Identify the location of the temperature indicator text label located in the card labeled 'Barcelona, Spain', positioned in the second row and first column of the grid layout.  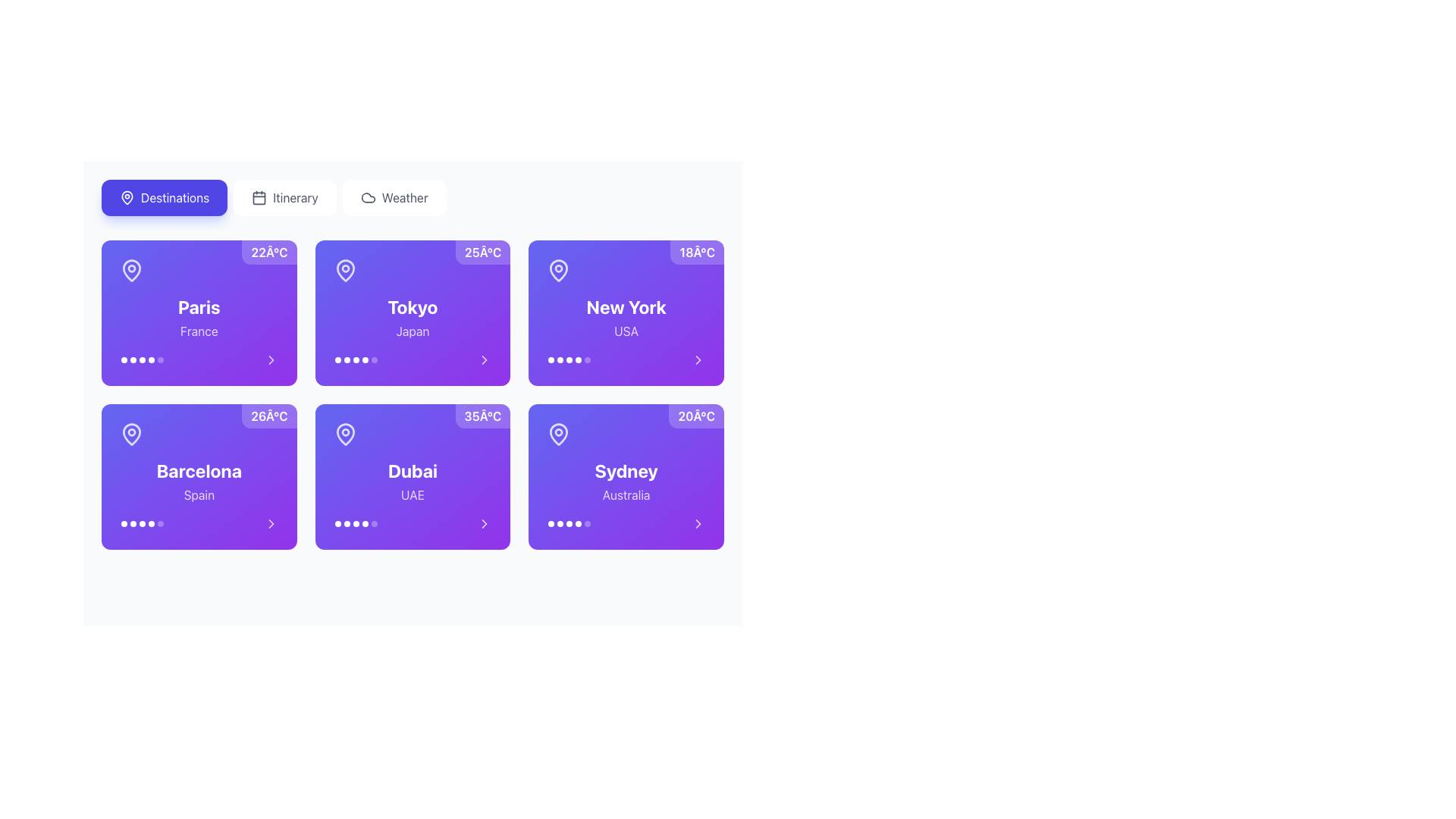
(269, 416).